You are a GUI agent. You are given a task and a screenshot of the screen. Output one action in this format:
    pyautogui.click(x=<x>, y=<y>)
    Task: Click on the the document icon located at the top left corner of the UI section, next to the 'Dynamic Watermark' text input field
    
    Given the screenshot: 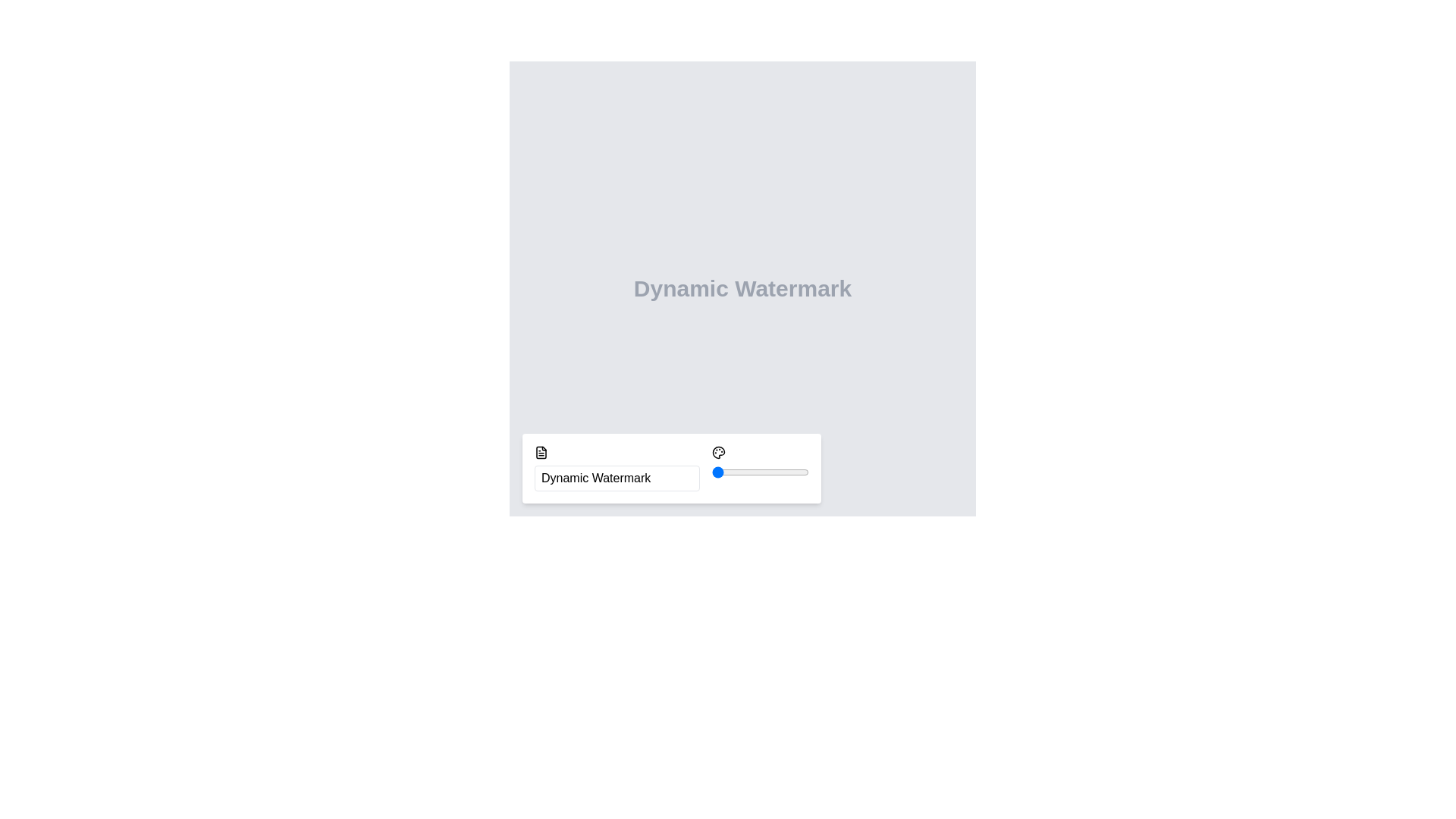 What is the action you would take?
    pyautogui.click(x=541, y=452)
    